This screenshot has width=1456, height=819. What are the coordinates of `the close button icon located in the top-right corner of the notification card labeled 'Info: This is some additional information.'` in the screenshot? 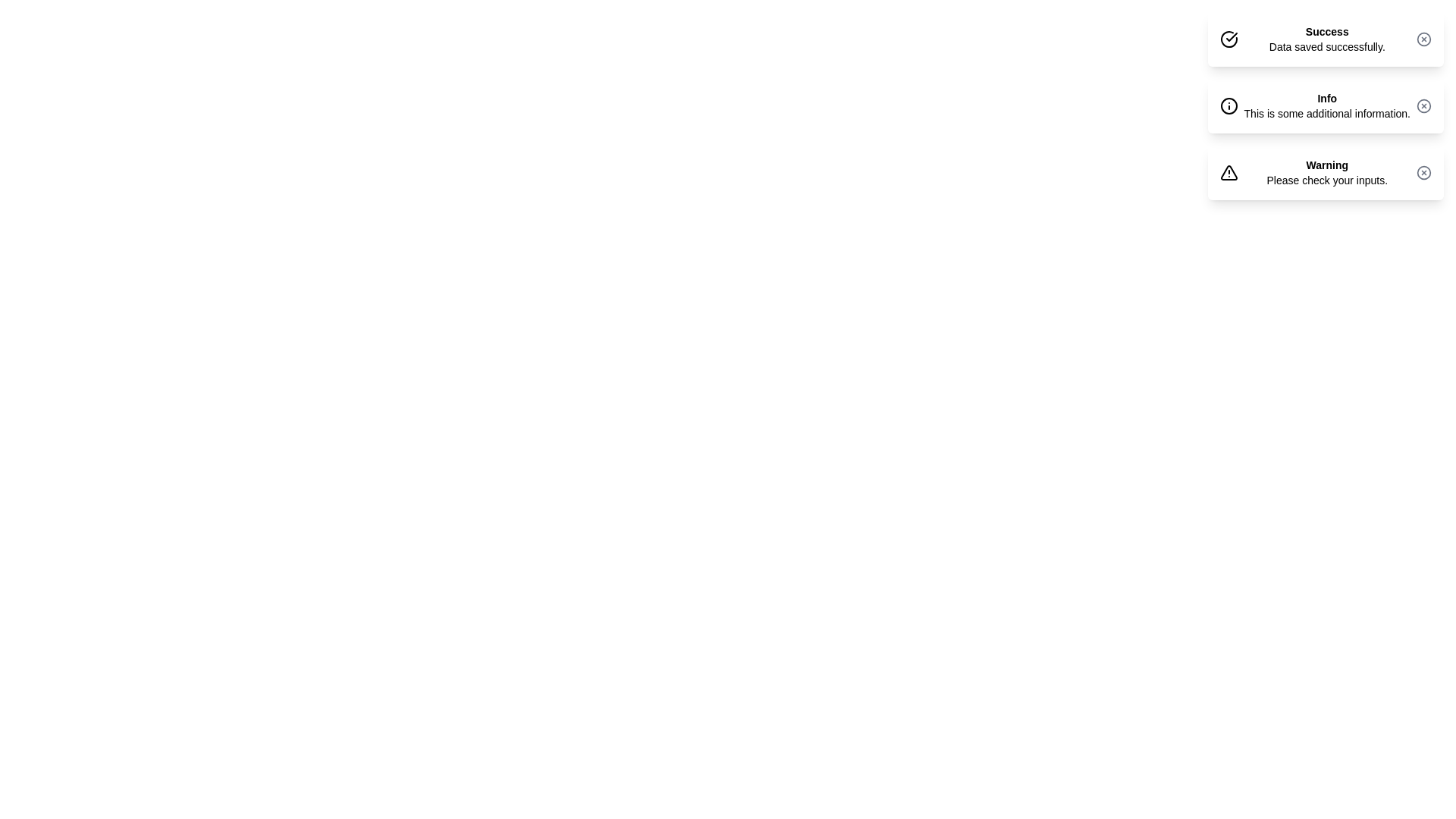 It's located at (1423, 105).